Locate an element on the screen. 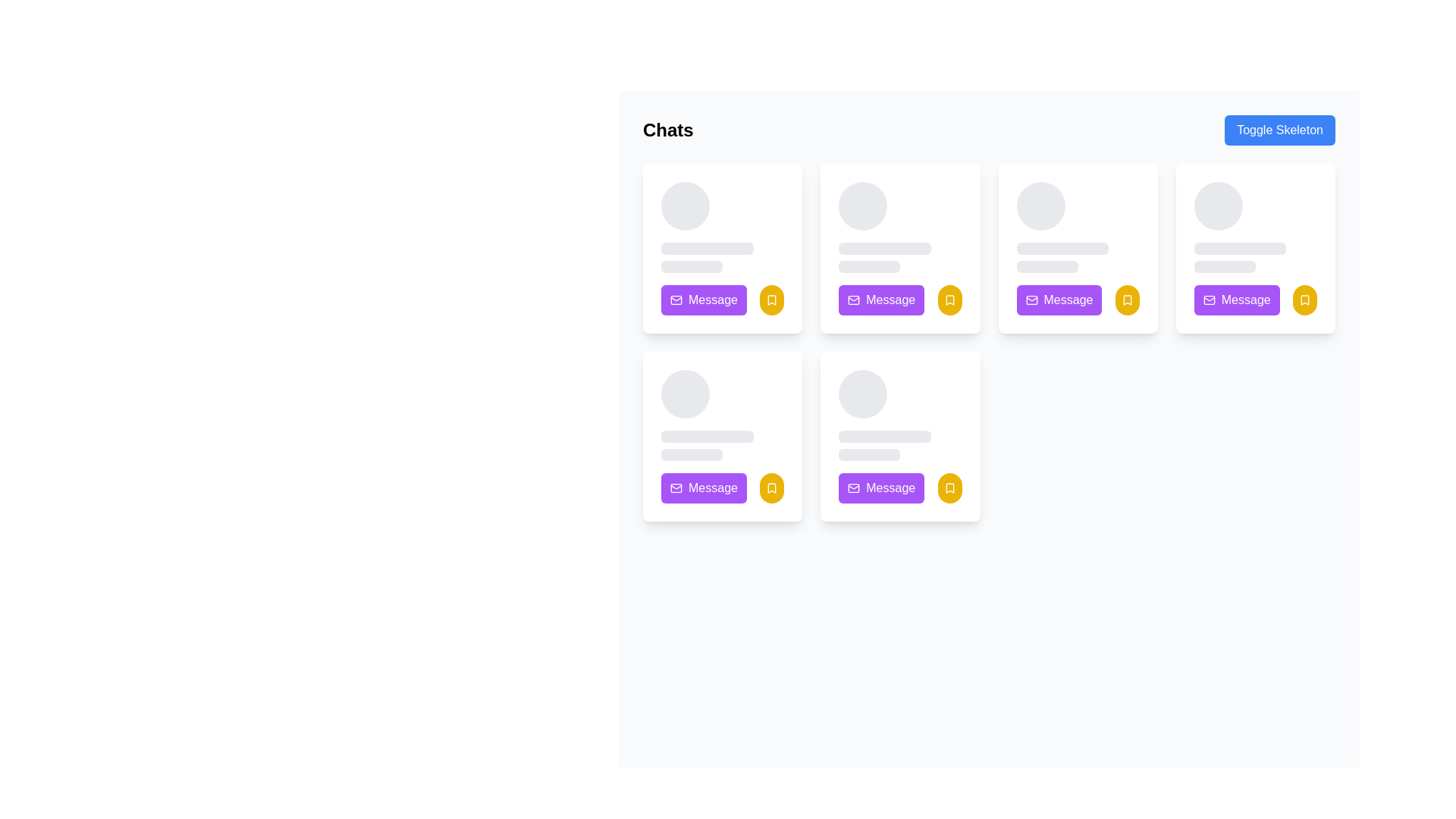 The image size is (1456, 819). the 'Message' button with a vibrant purple background and white text located in the bottom-left corner of the third card in the second row of the grid layout is located at coordinates (703, 300).